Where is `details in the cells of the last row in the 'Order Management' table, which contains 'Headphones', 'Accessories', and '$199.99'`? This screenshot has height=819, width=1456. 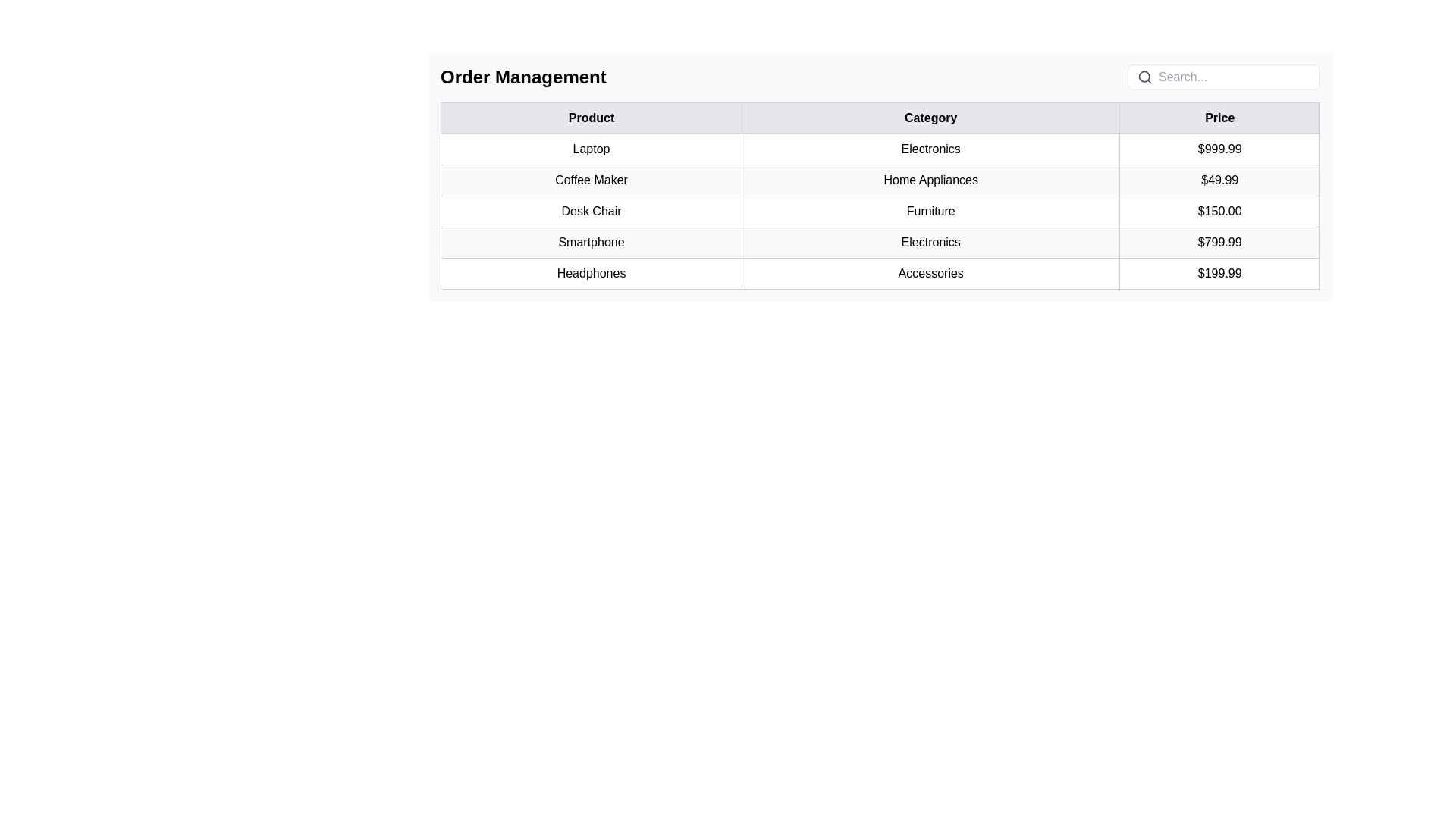 details in the cells of the last row in the 'Order Management' table, which contains 'Headphones', 'Accessories', and '$199.99' is located at coordinates (880, 274).